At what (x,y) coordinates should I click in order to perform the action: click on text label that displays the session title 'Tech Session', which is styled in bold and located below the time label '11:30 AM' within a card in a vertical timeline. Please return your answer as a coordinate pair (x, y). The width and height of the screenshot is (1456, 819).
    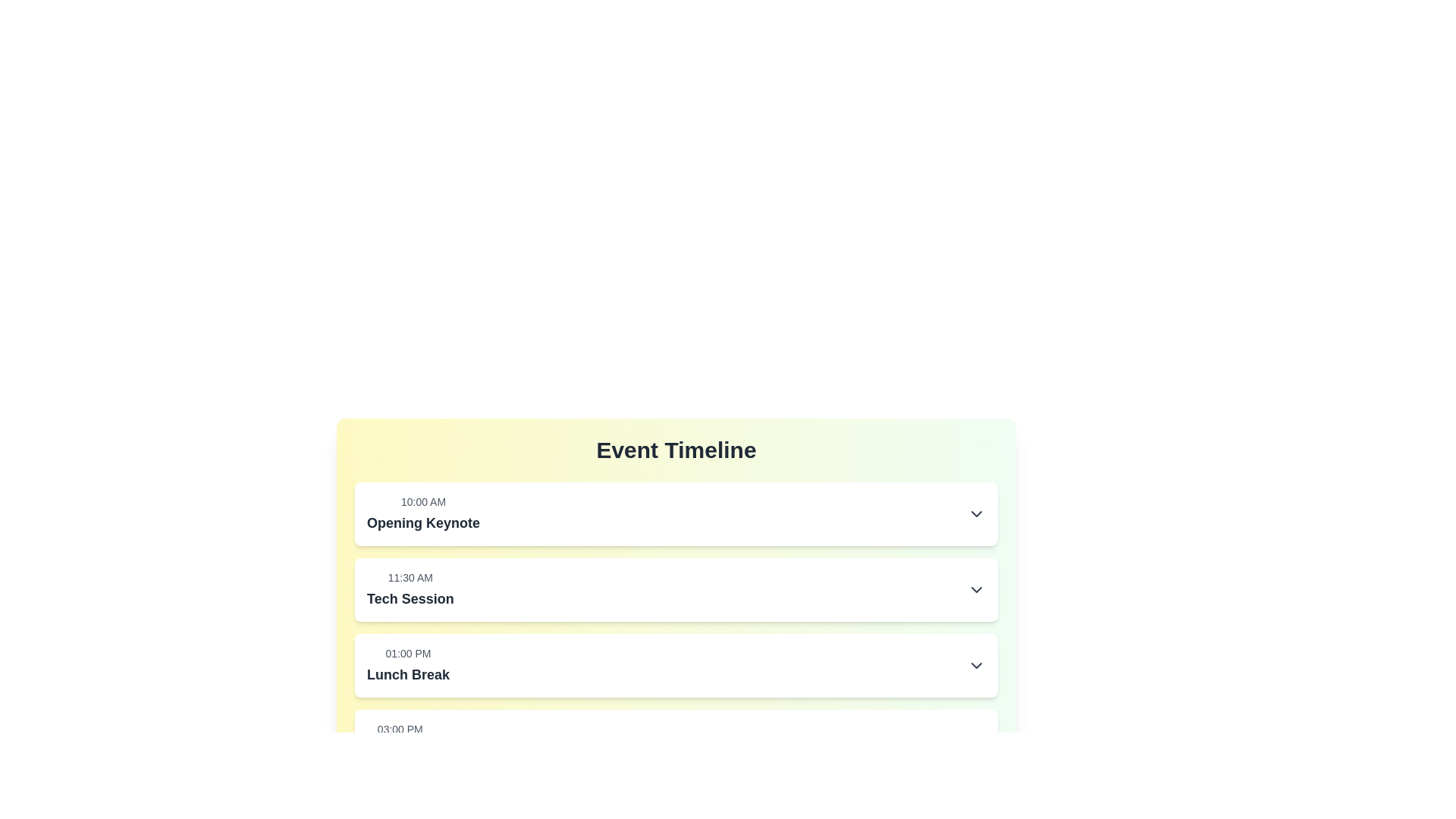
    Looking at the image, I should click on (410, 598).